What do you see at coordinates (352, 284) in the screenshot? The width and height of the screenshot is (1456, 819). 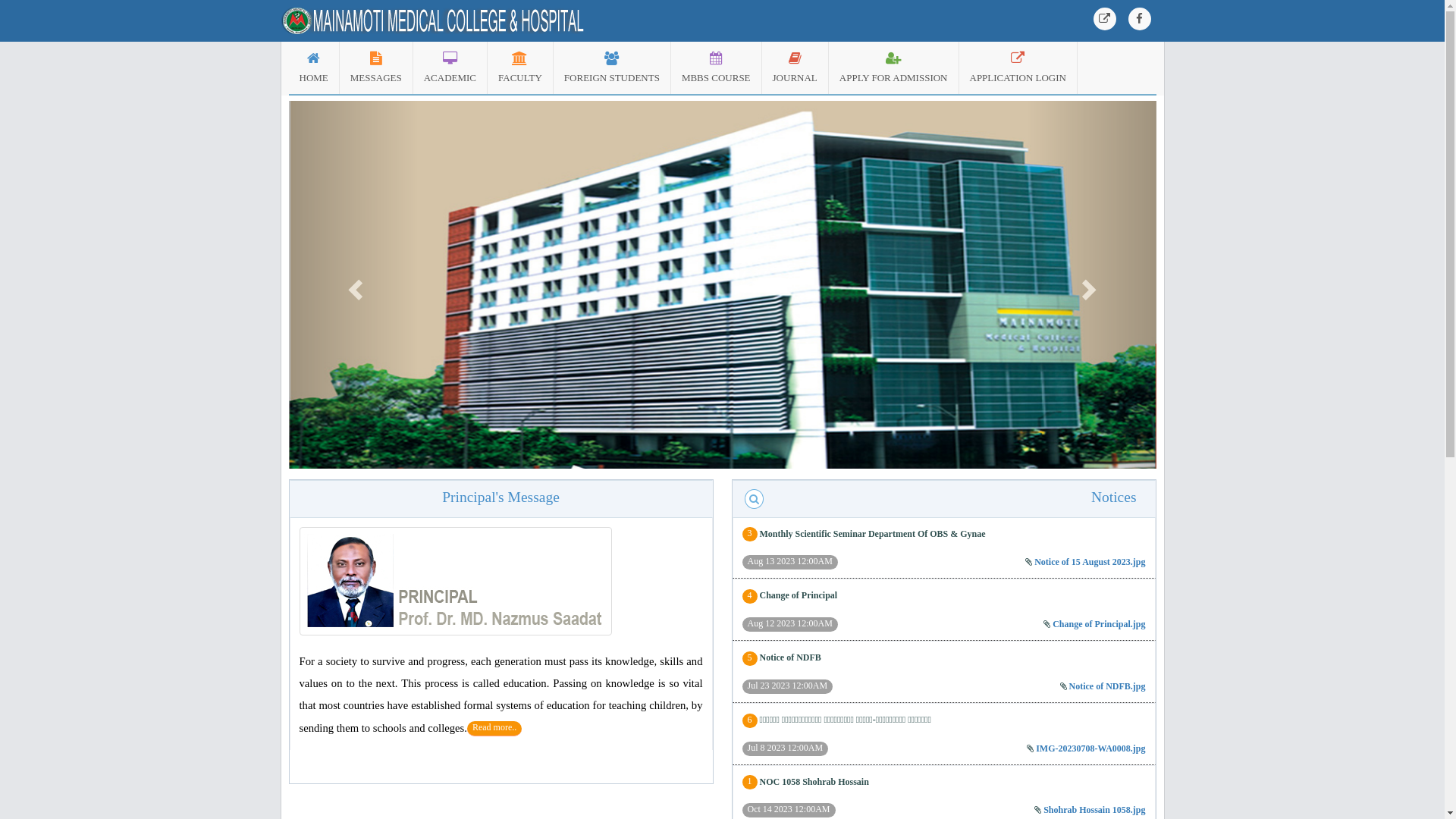 I see `'Previous'` at bounding box center [352, 284].